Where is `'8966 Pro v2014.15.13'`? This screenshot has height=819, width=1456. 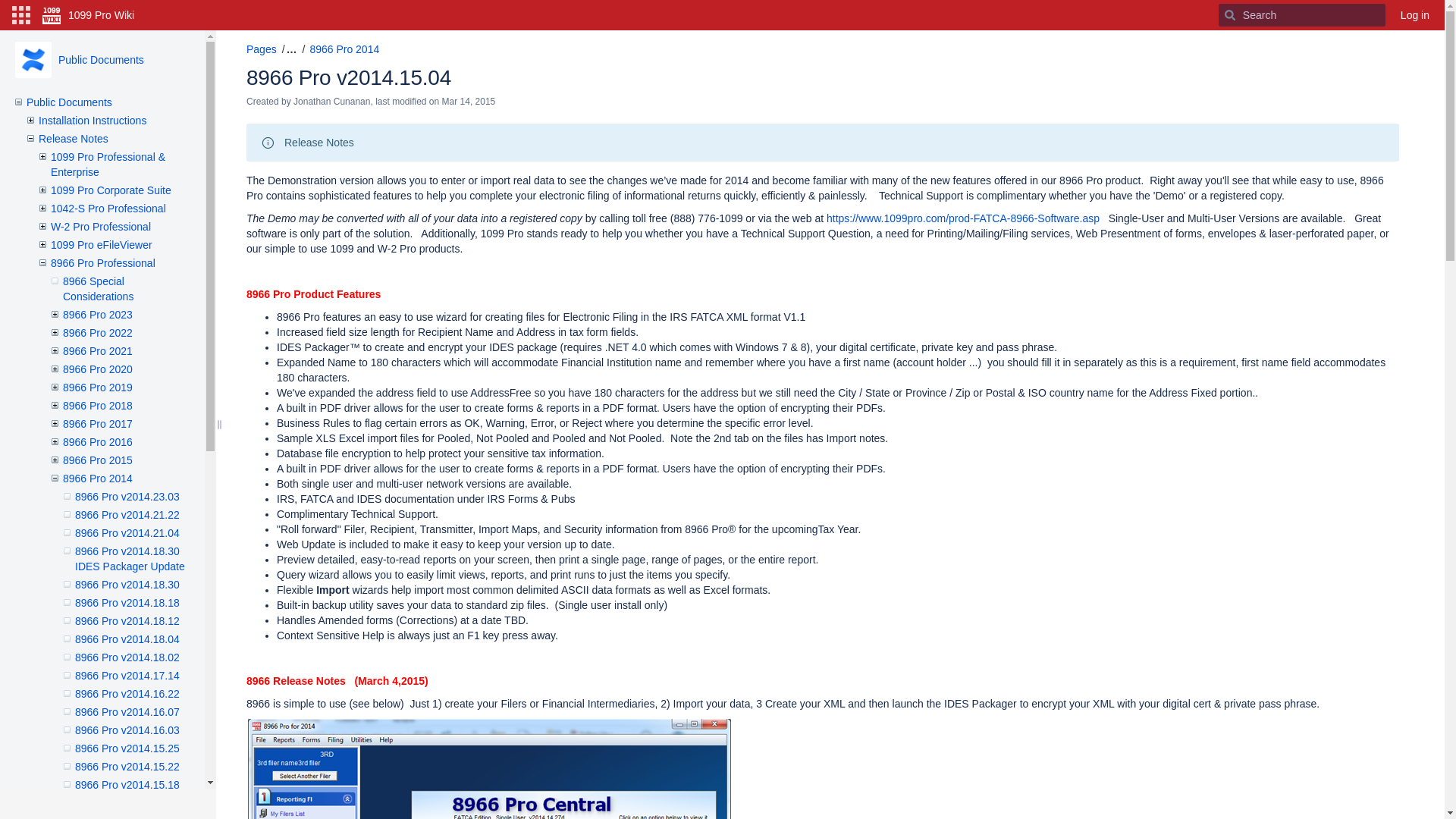
'8966 Pro v2014.15.13' is located at coordinates (127, 802).